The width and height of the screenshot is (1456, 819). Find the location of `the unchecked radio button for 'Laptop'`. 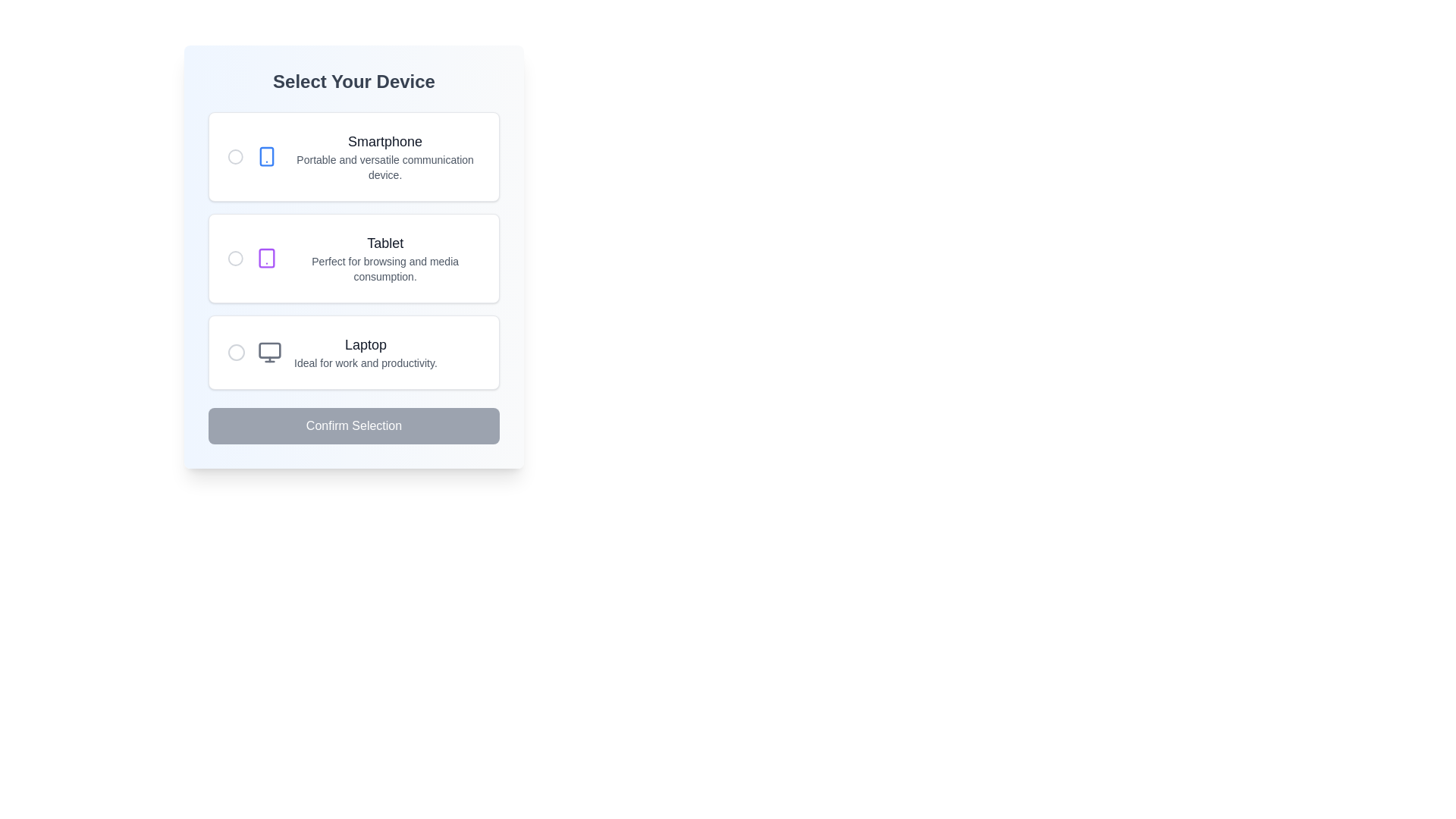

the unchecked radio button for 'Laptop' is located at coordinates (236, 353).